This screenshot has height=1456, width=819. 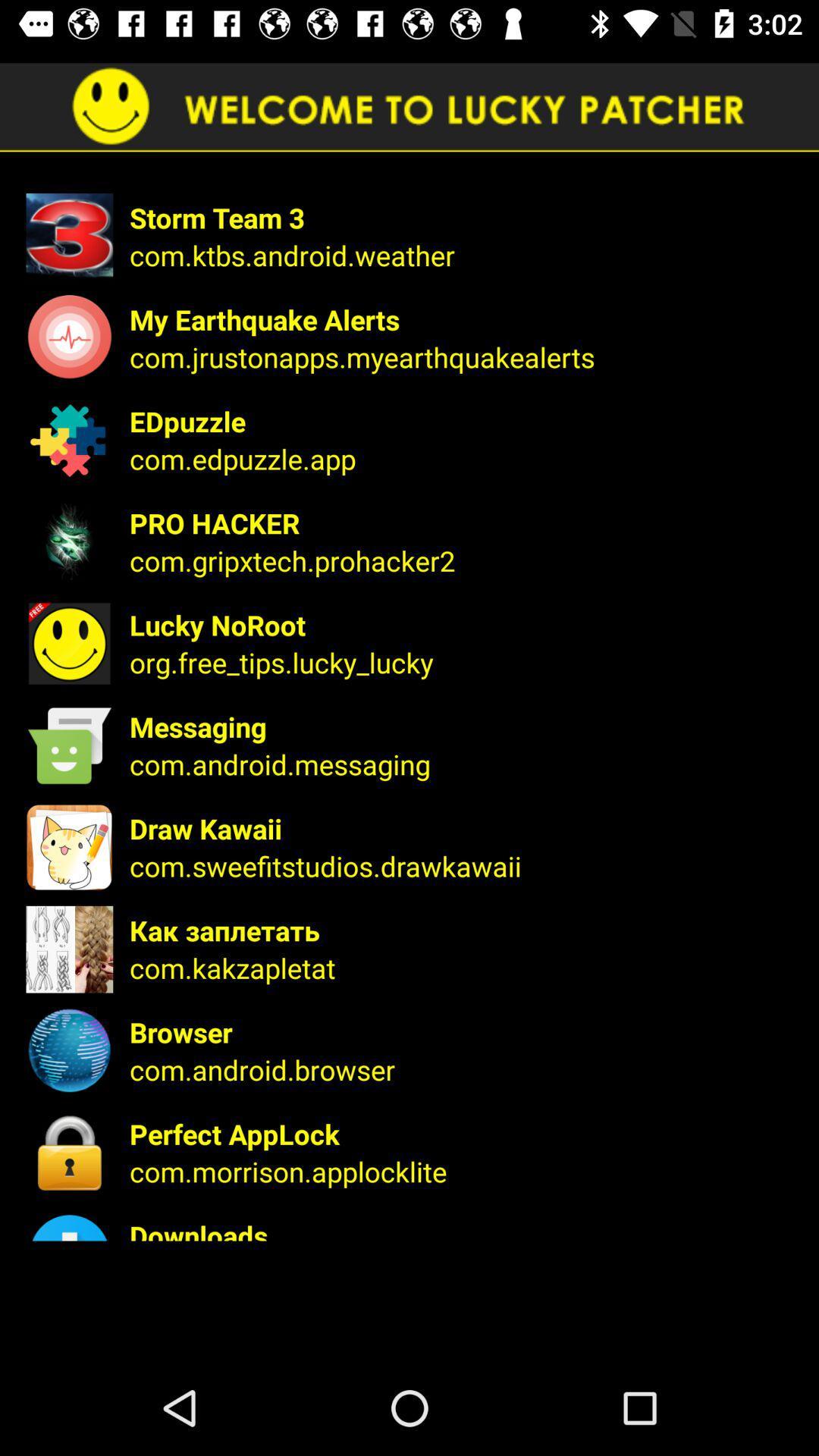 I want to click on app below com.morrison.applocklite, so click(x=463, y=1228).